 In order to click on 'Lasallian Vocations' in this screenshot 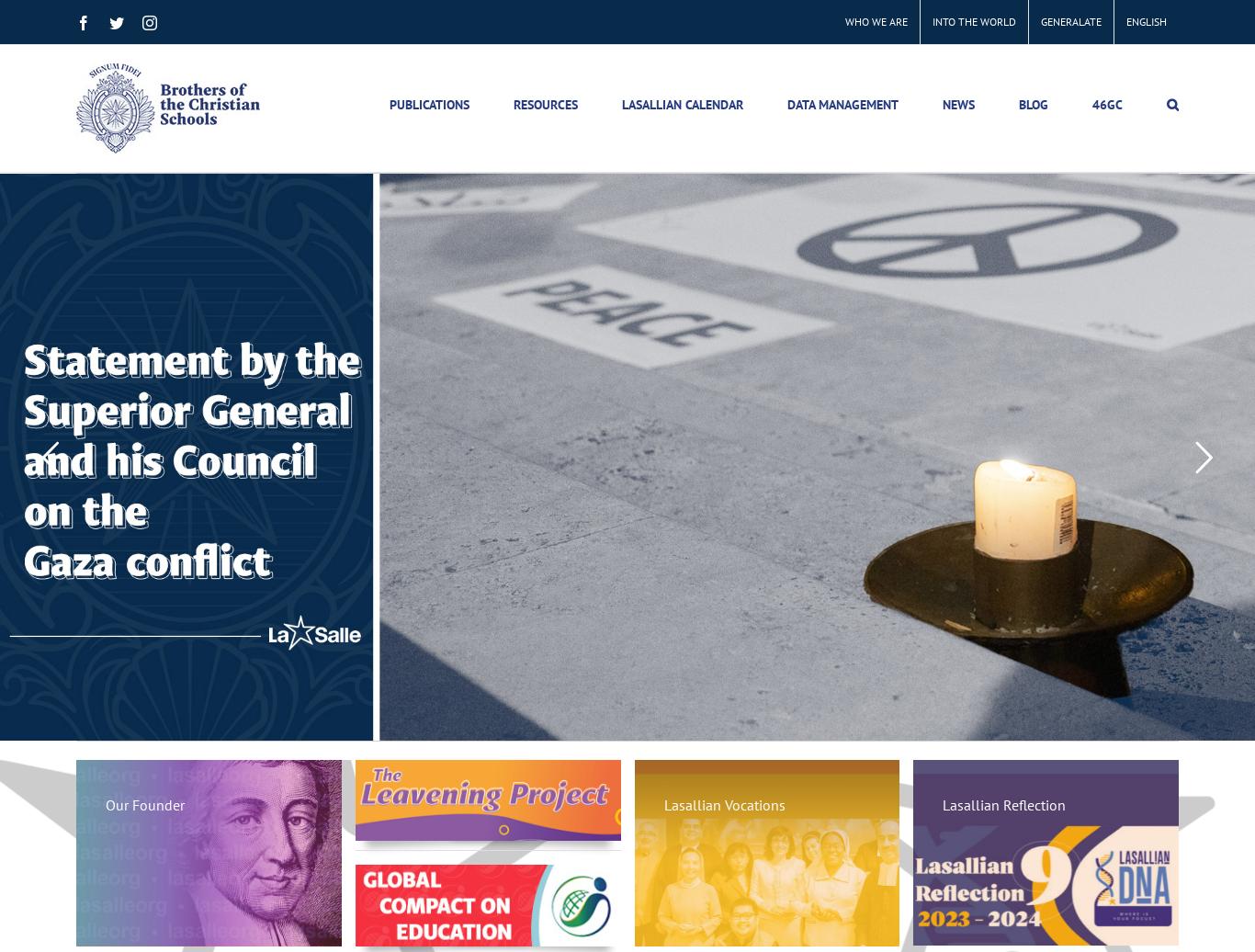, I will do `click(724, 805)`.